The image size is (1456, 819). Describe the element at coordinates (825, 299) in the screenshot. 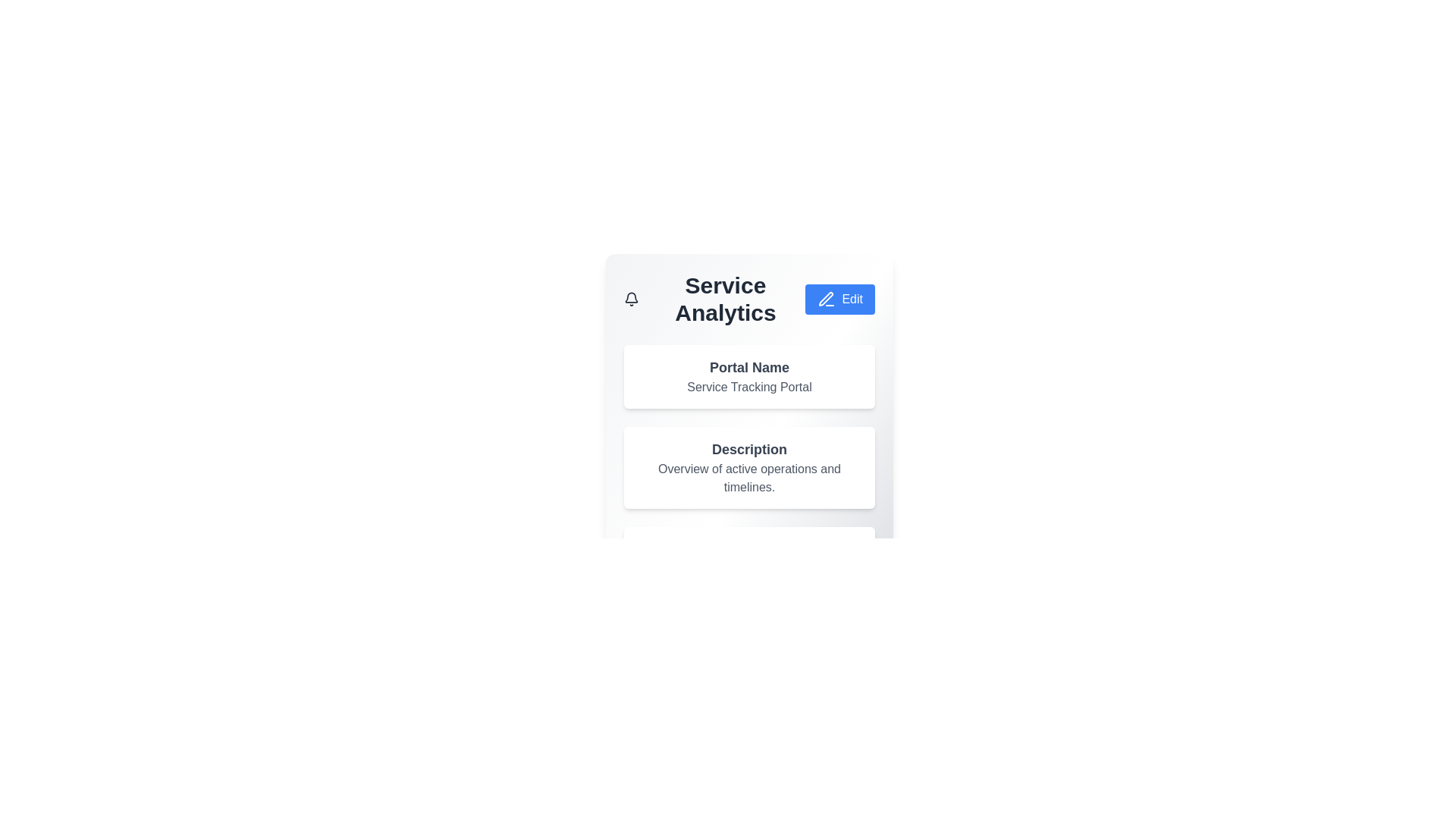

I see `the pen icon located within the 'Edit' button on the top-right corner of the 'Service Analytics' card` at that location.